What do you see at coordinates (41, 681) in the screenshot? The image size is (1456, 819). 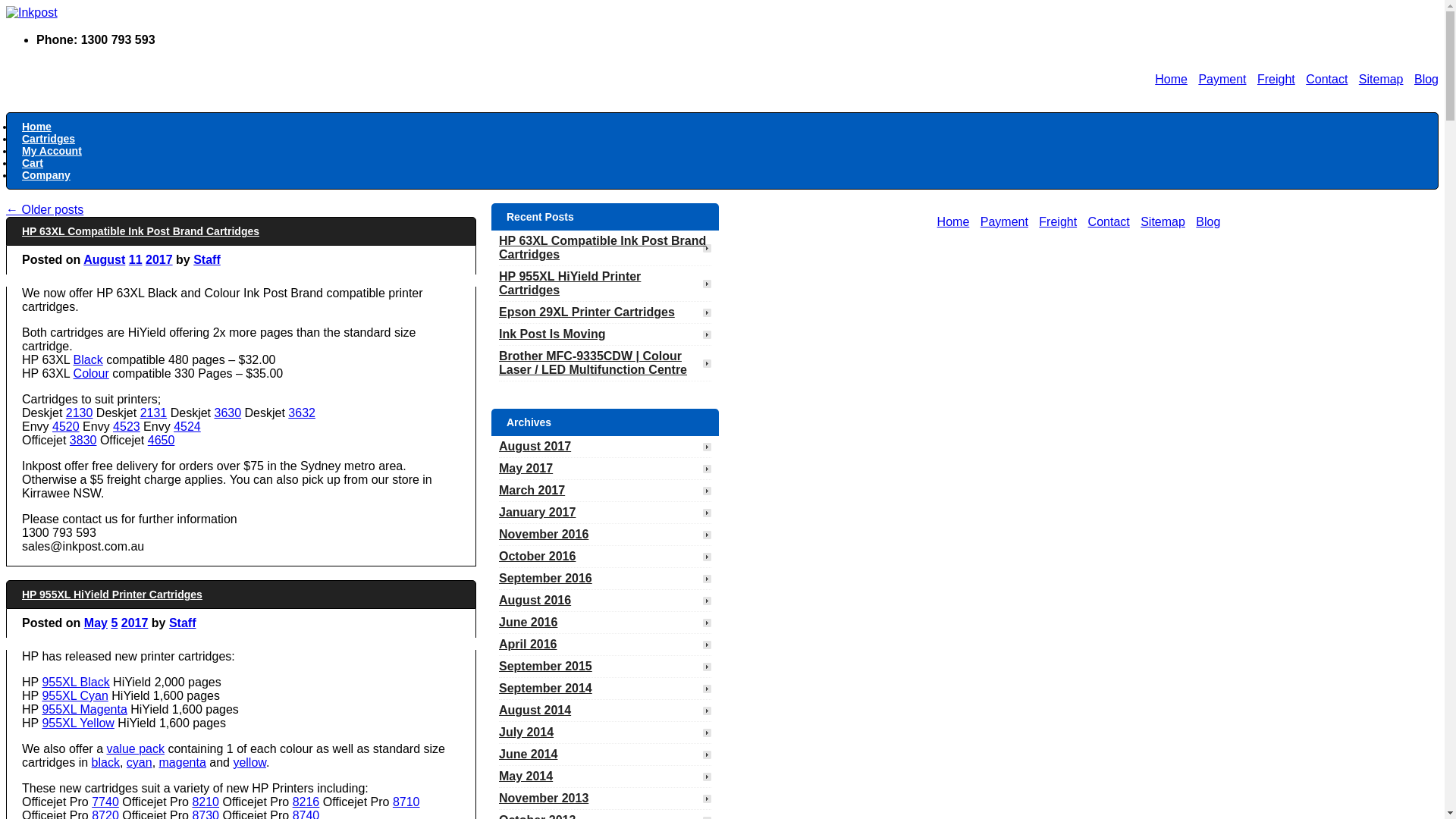 I see `'955XL Black'` at bounding box center [41, 681].